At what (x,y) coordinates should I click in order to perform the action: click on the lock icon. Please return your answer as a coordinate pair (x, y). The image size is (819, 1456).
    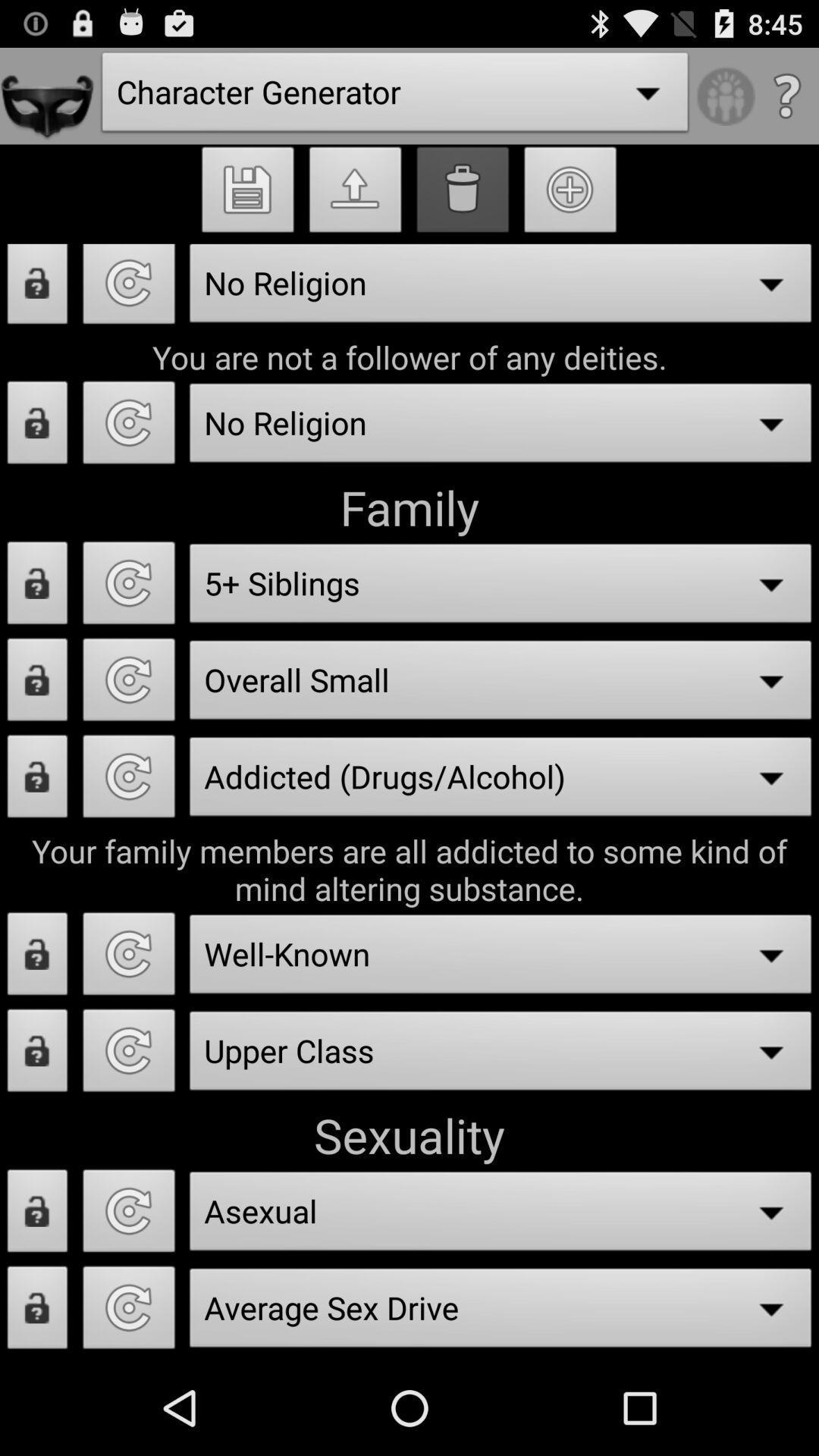
    Looking at the image, I should click on (36, 309).